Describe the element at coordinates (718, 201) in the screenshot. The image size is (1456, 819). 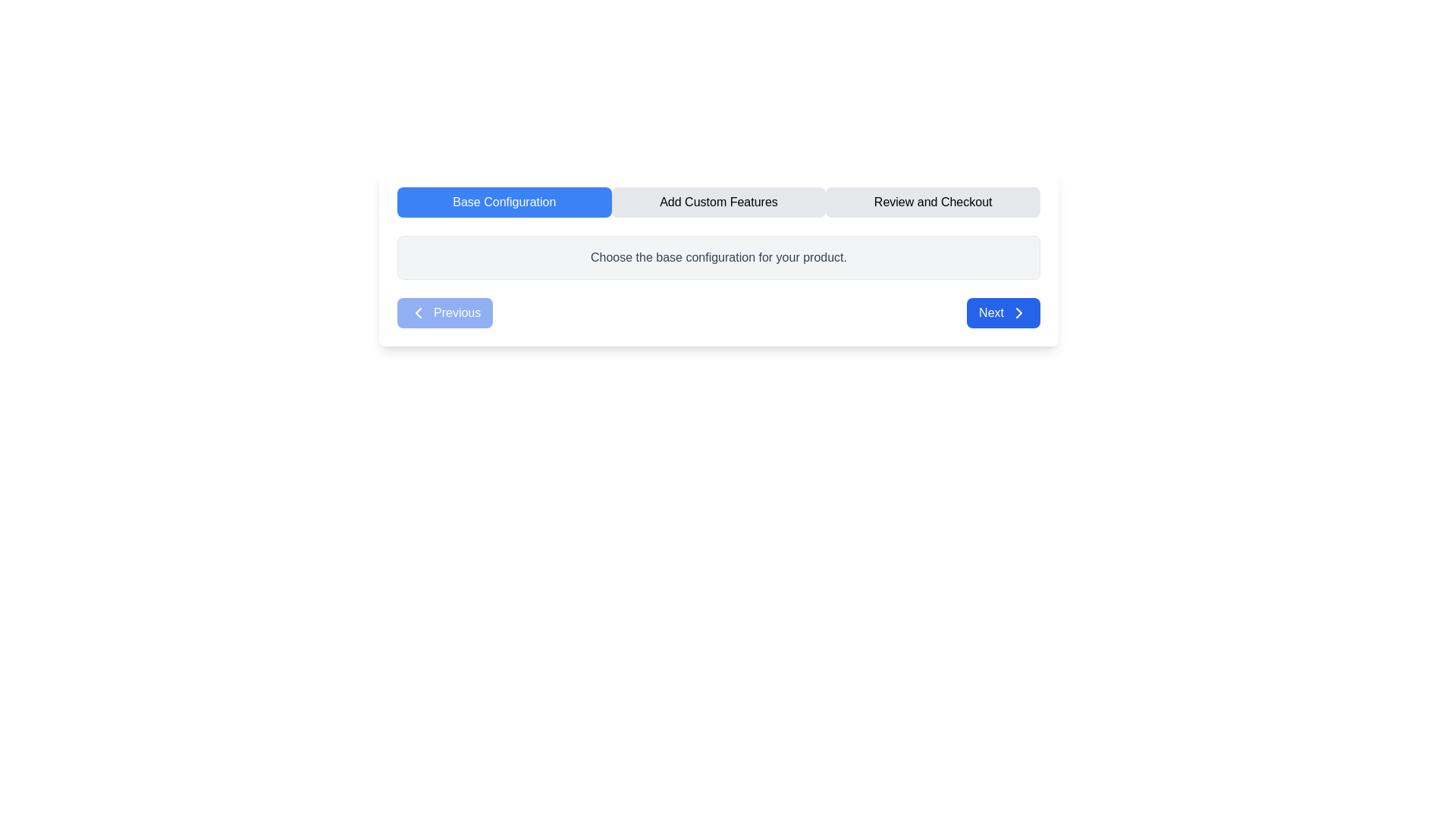
I see `the Text Label that serves as a descriptor for the 'Add Custom Features' phase, which is positioned between the 'Base Configuration' button and the 'Review and Checkout' button` at that location.